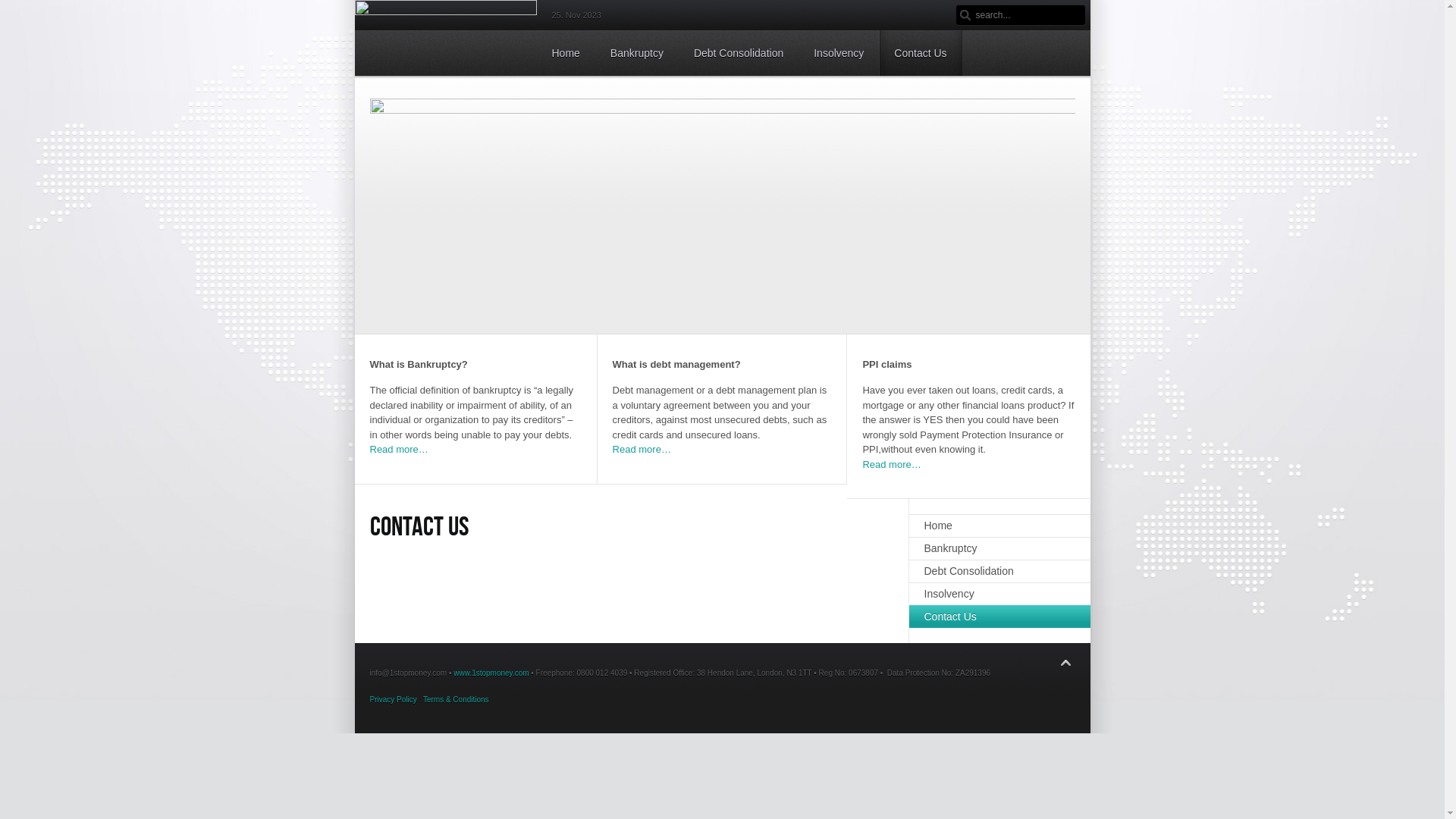 The height and width of the screenshot is (819, 1456). What do you see at coordinates (393, 699) in the screenshot?
I see `'Privacy Policy'` at bounding box center [393, 699].